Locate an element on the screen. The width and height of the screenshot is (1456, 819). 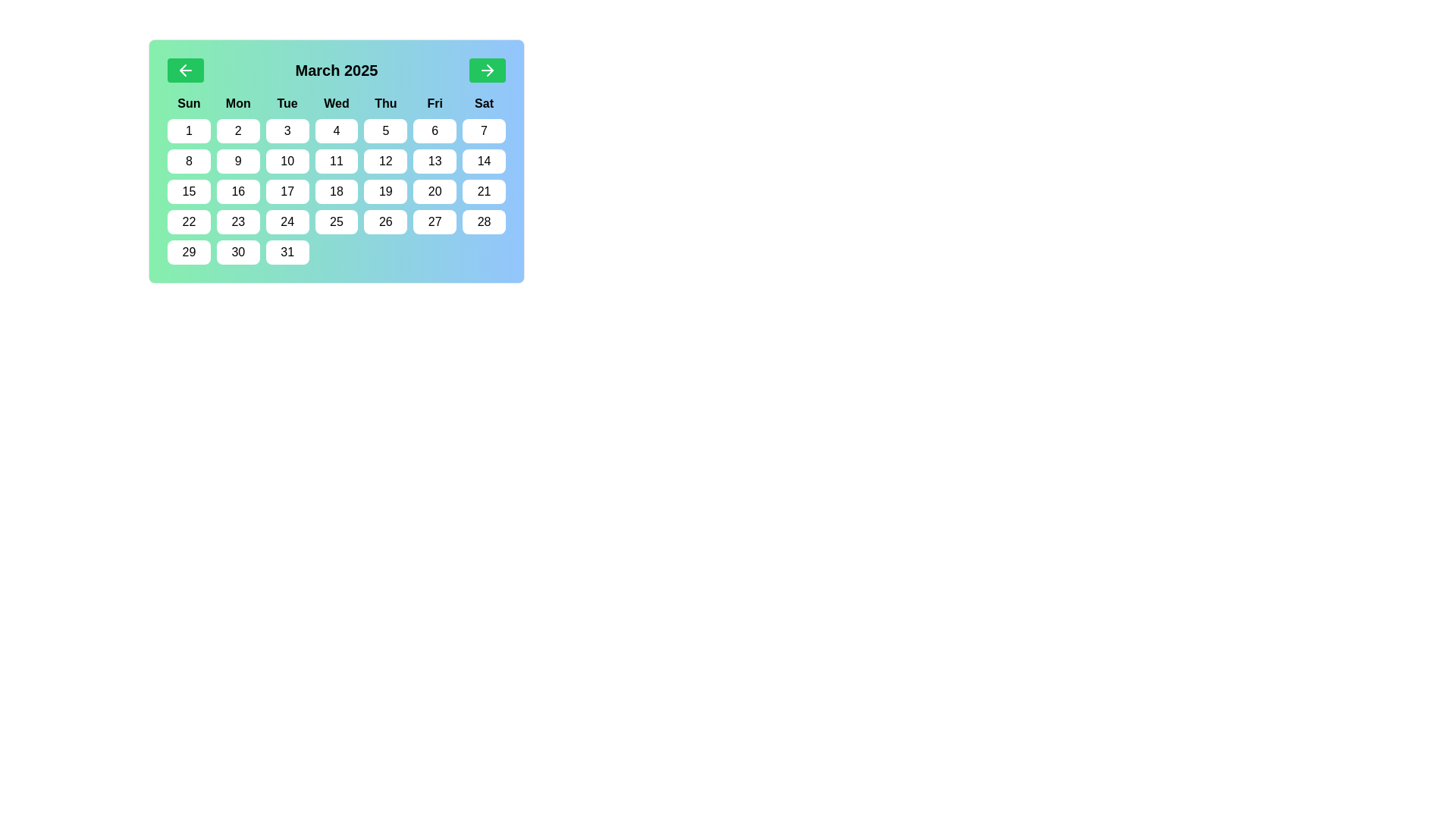
the white rectangular button with rounded corners displaying the number '3' in black, located in the third column of the first row under the 'Tue' header in the calendar grid is located at coordinates (287, 130).